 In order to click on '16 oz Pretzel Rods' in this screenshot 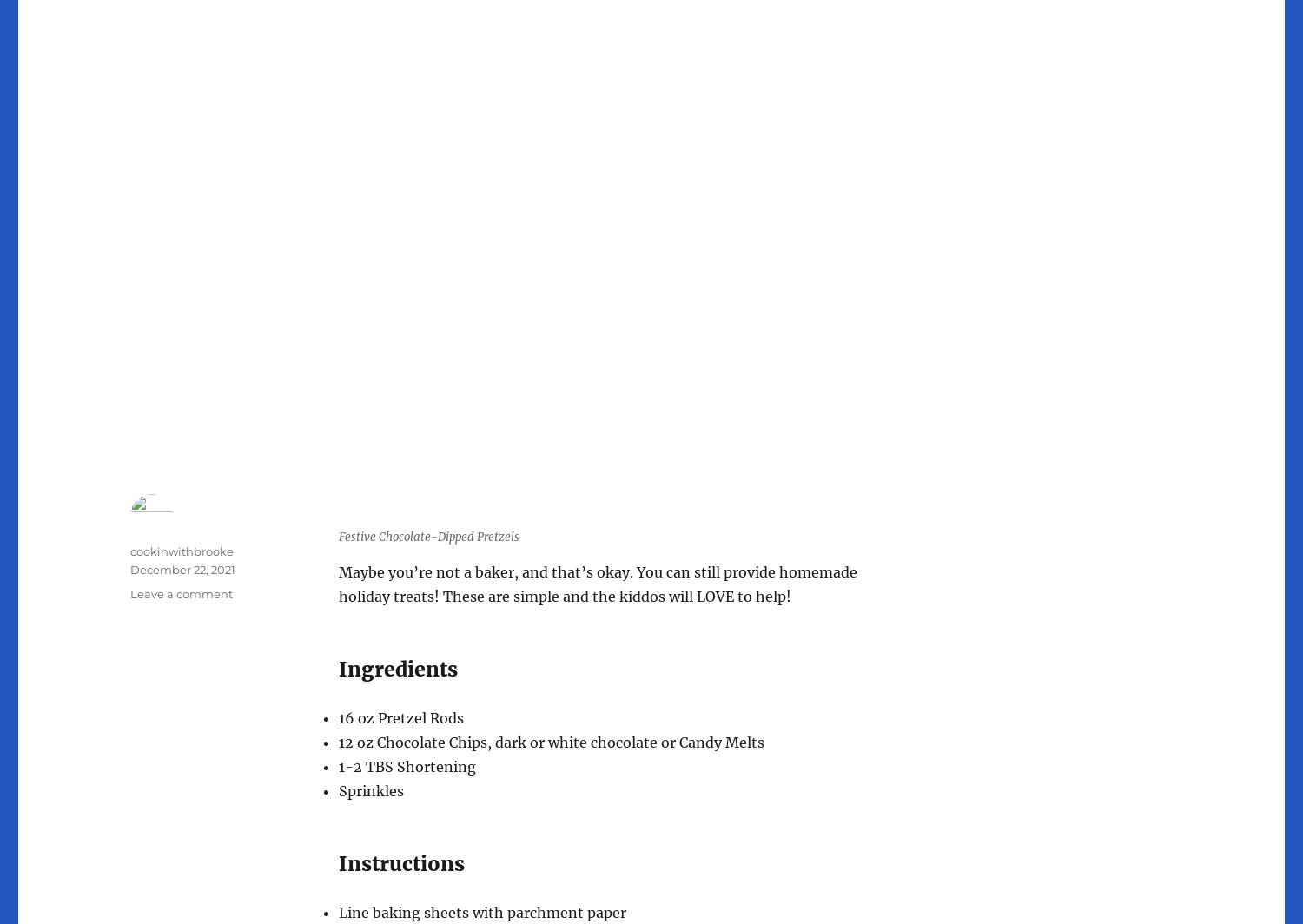, I will do `click(400, 718)`.